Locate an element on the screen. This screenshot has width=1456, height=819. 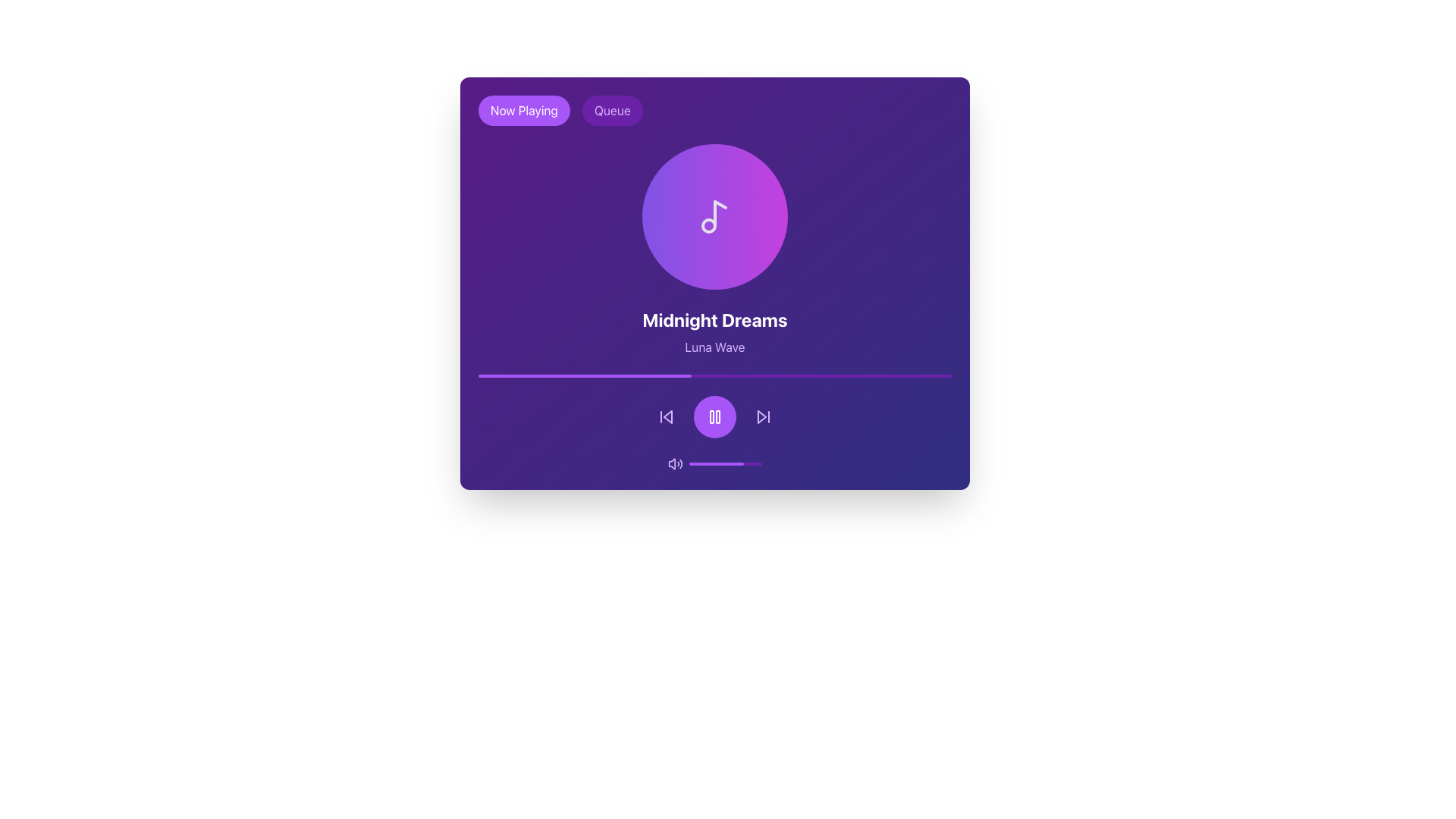
the musical note icon, which is white and located centrally within a circular purple-pink gradient background above the text 'Midnight Dreams' is located at coordinates (714, 216).